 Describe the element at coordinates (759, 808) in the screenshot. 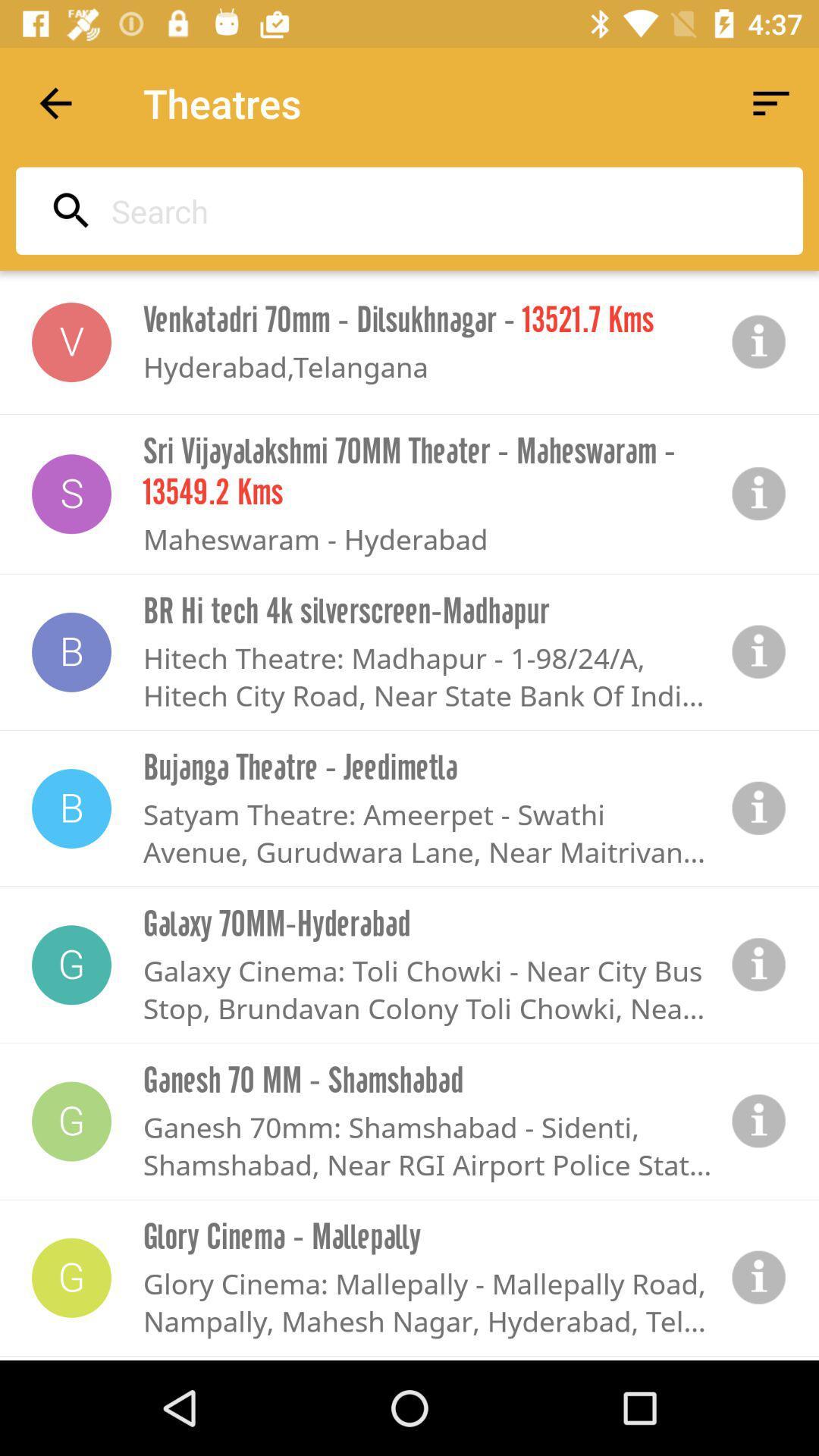

I see `more information on bujanga theatre` at that location.